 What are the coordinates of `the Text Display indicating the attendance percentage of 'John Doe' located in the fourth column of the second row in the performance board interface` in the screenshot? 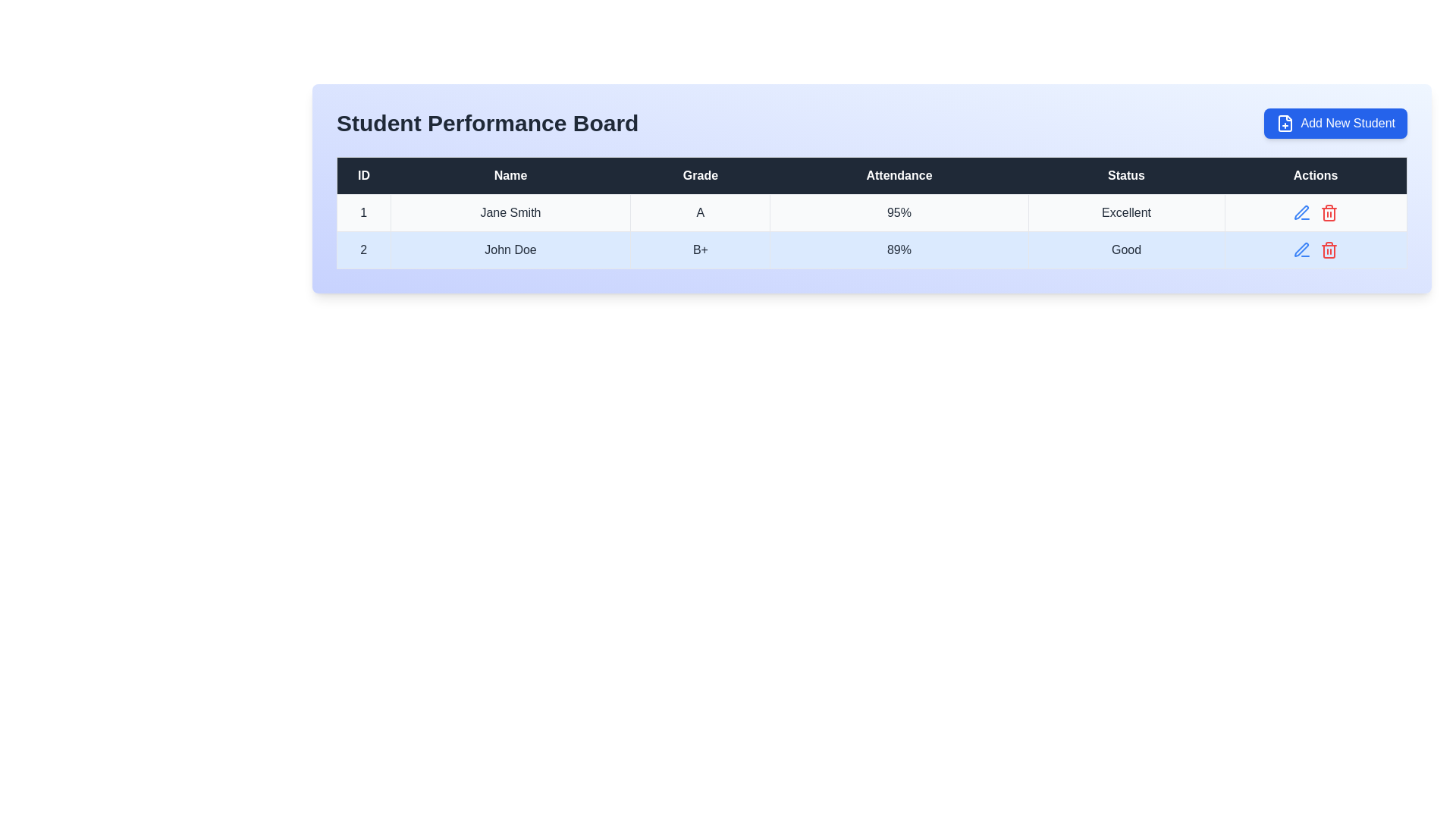 It's located at (899, 249).